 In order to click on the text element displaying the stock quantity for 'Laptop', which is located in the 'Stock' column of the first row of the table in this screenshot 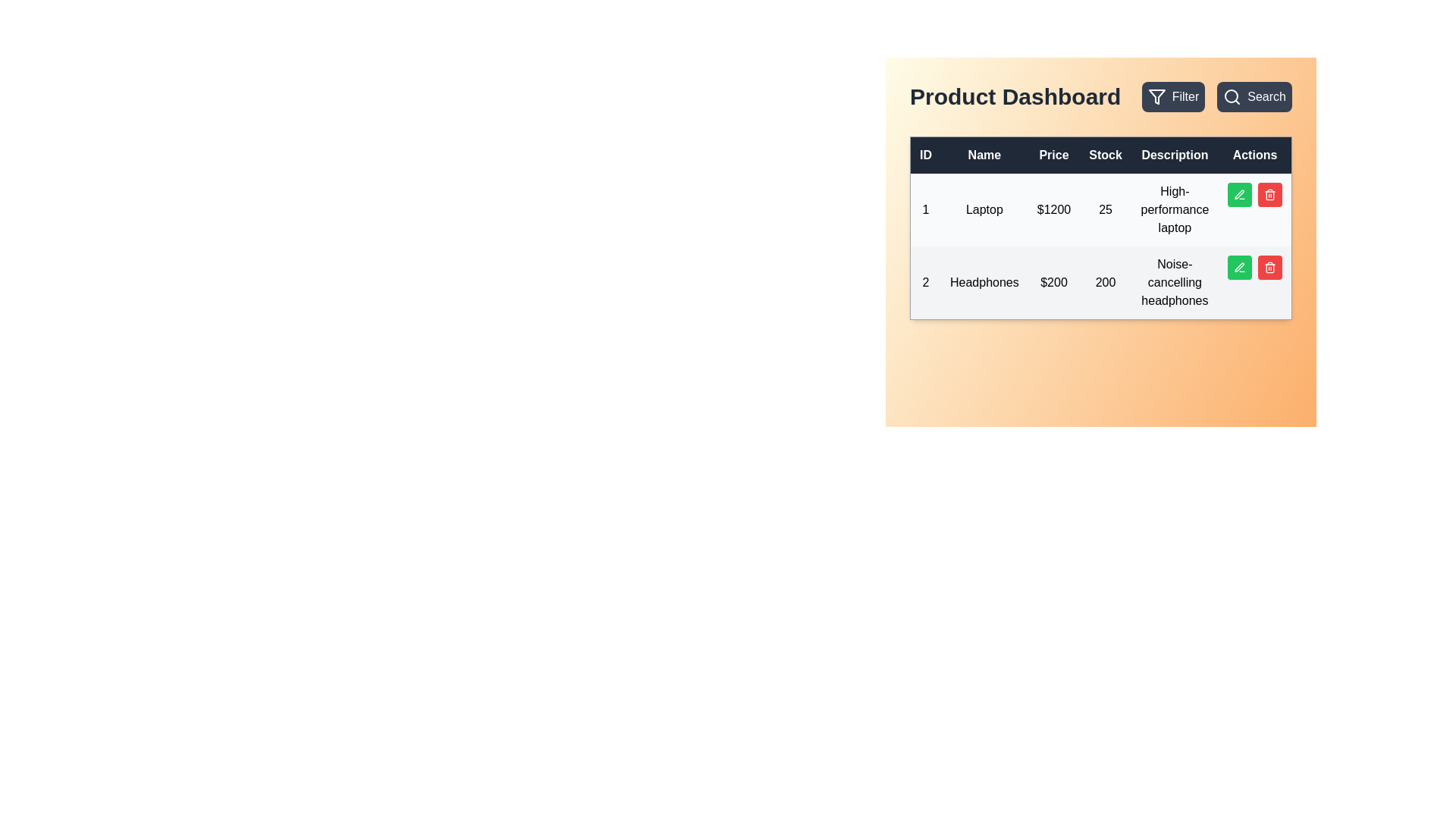, I will do `click(1106, 210)`.